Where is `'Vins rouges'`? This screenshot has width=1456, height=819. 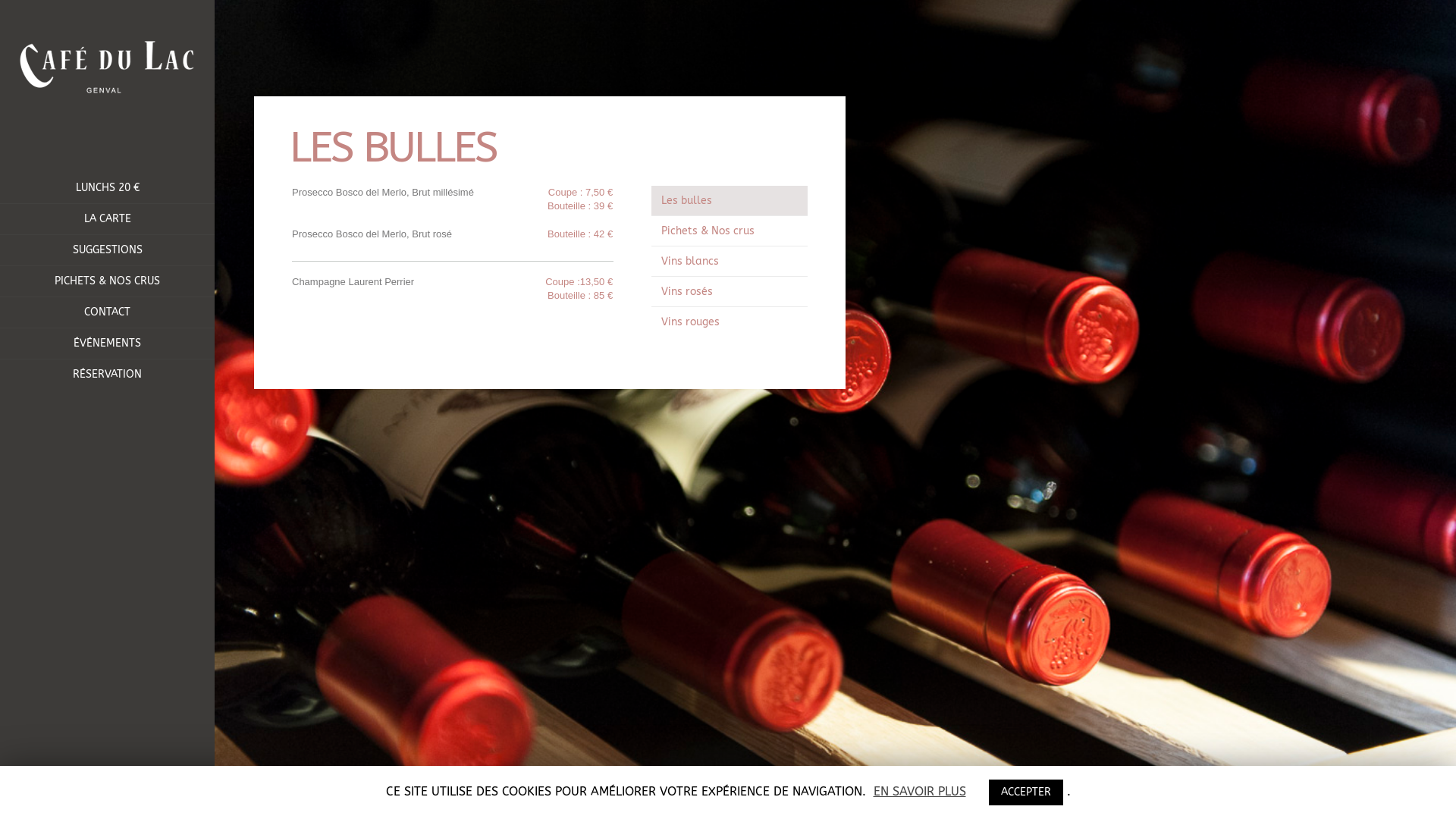 'Vins rouges' is located at coordinates (651, 321).